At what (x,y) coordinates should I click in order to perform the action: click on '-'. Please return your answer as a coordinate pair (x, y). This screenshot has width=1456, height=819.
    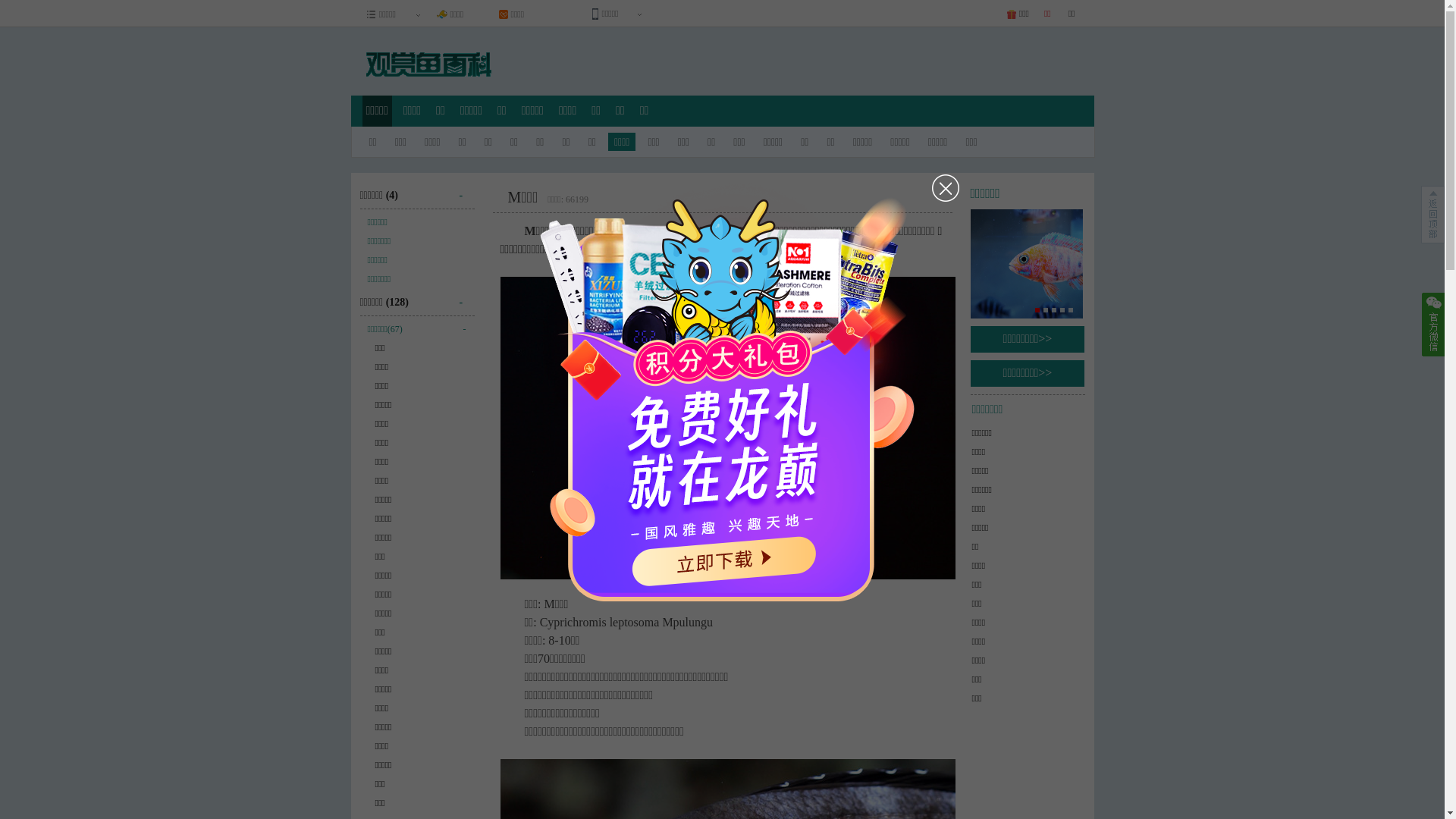
    Looking at the image, I should click on (466, 189).